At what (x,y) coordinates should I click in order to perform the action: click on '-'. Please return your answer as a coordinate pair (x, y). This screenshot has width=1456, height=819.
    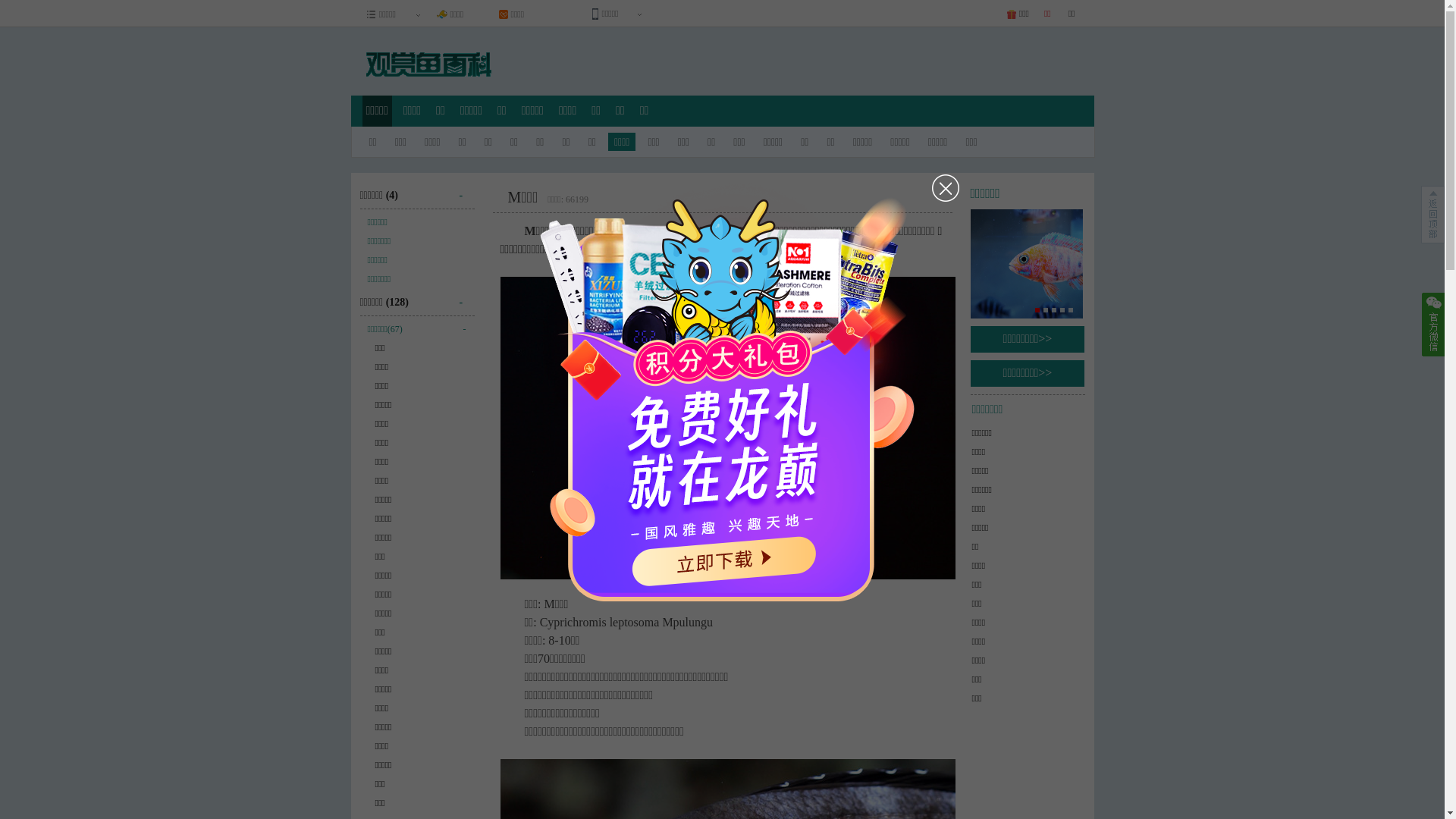
    Looking at the image, I should click on (466, 189).